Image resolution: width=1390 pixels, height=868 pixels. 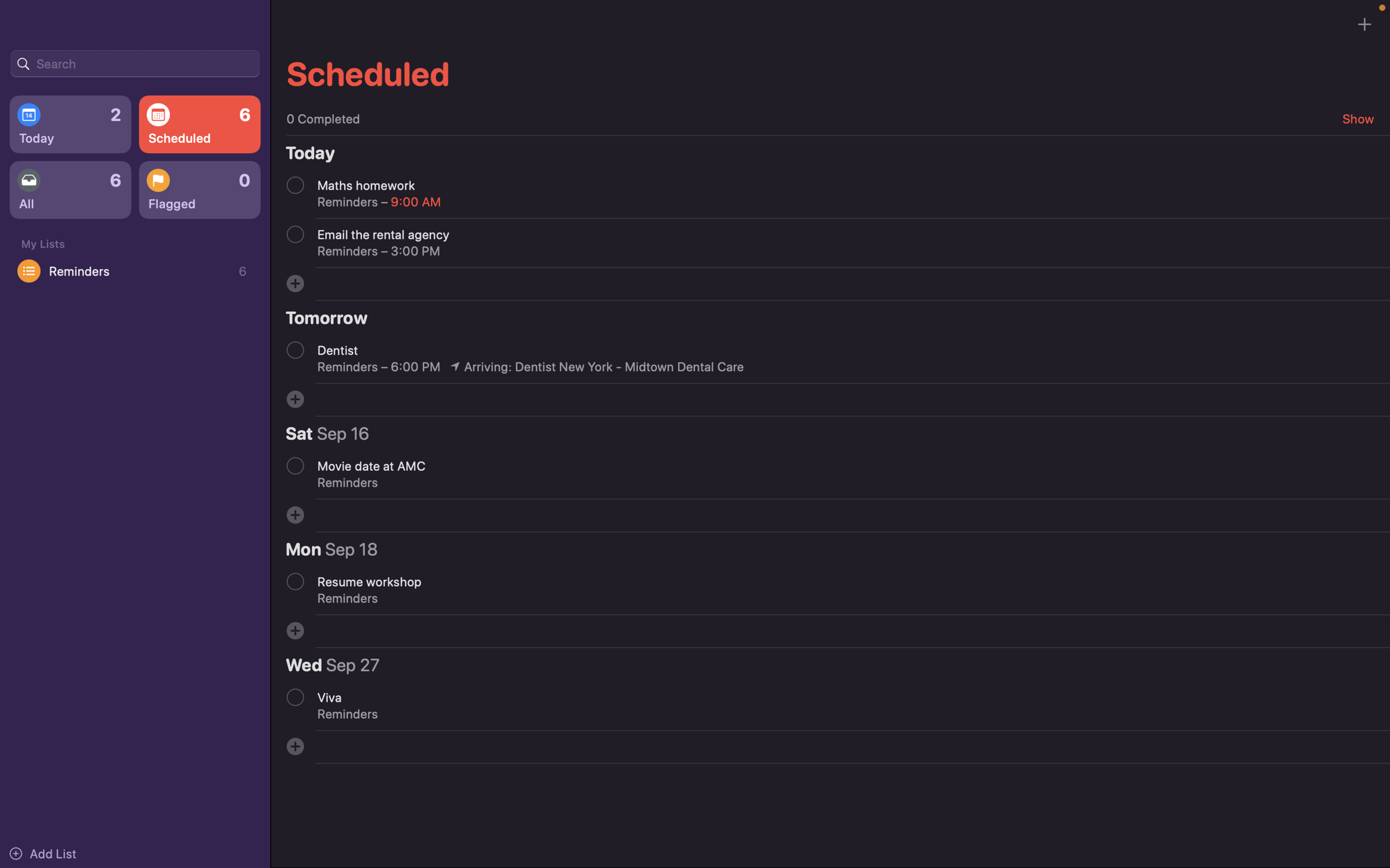 What do you see at coordinates (134, 62) in the screenshot?
I see `Locate and display all events scheduled for 2022` at bounding box center [134, 62].